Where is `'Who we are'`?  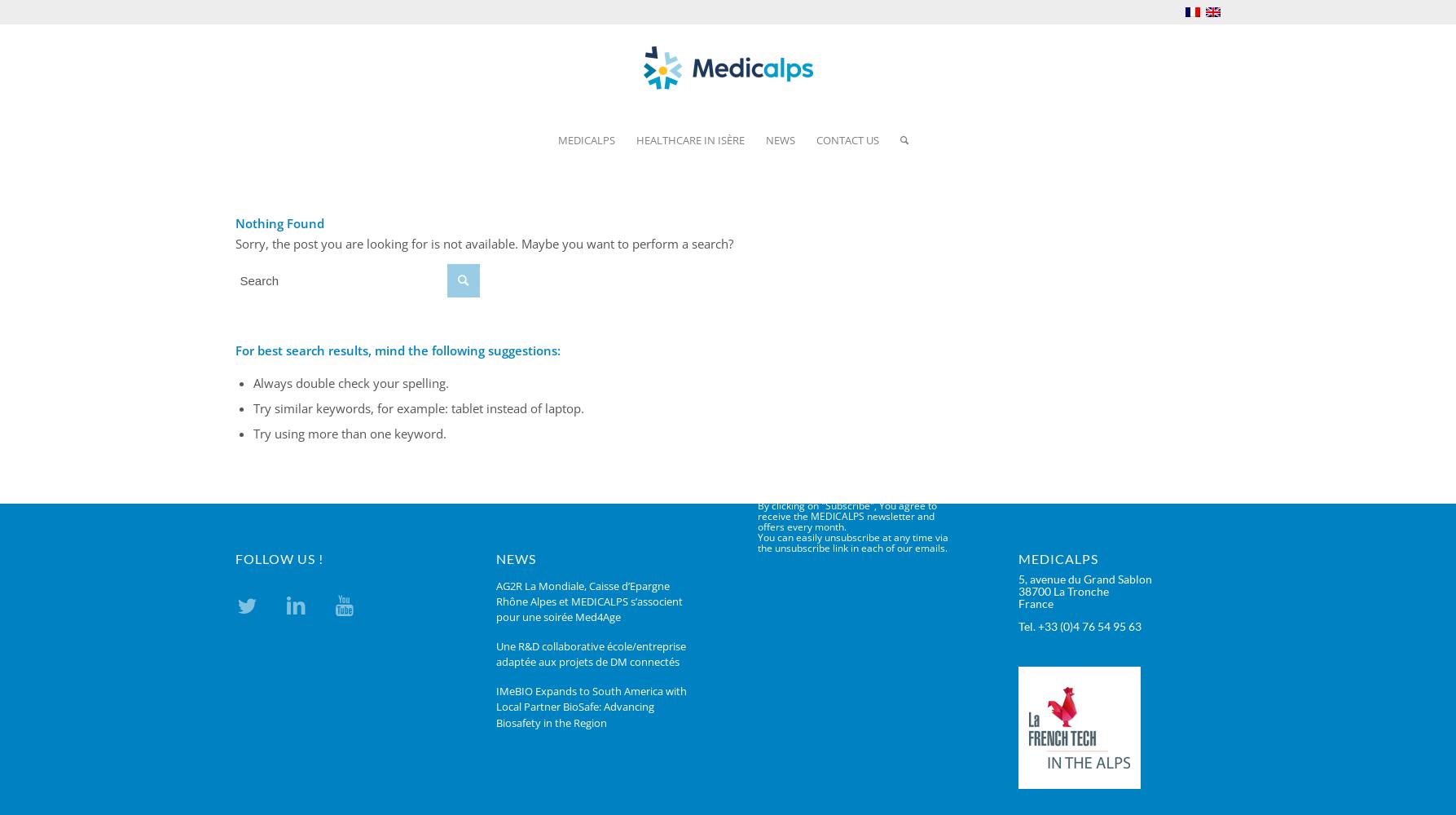 'Who we are' is located at coordinates (587, 176).